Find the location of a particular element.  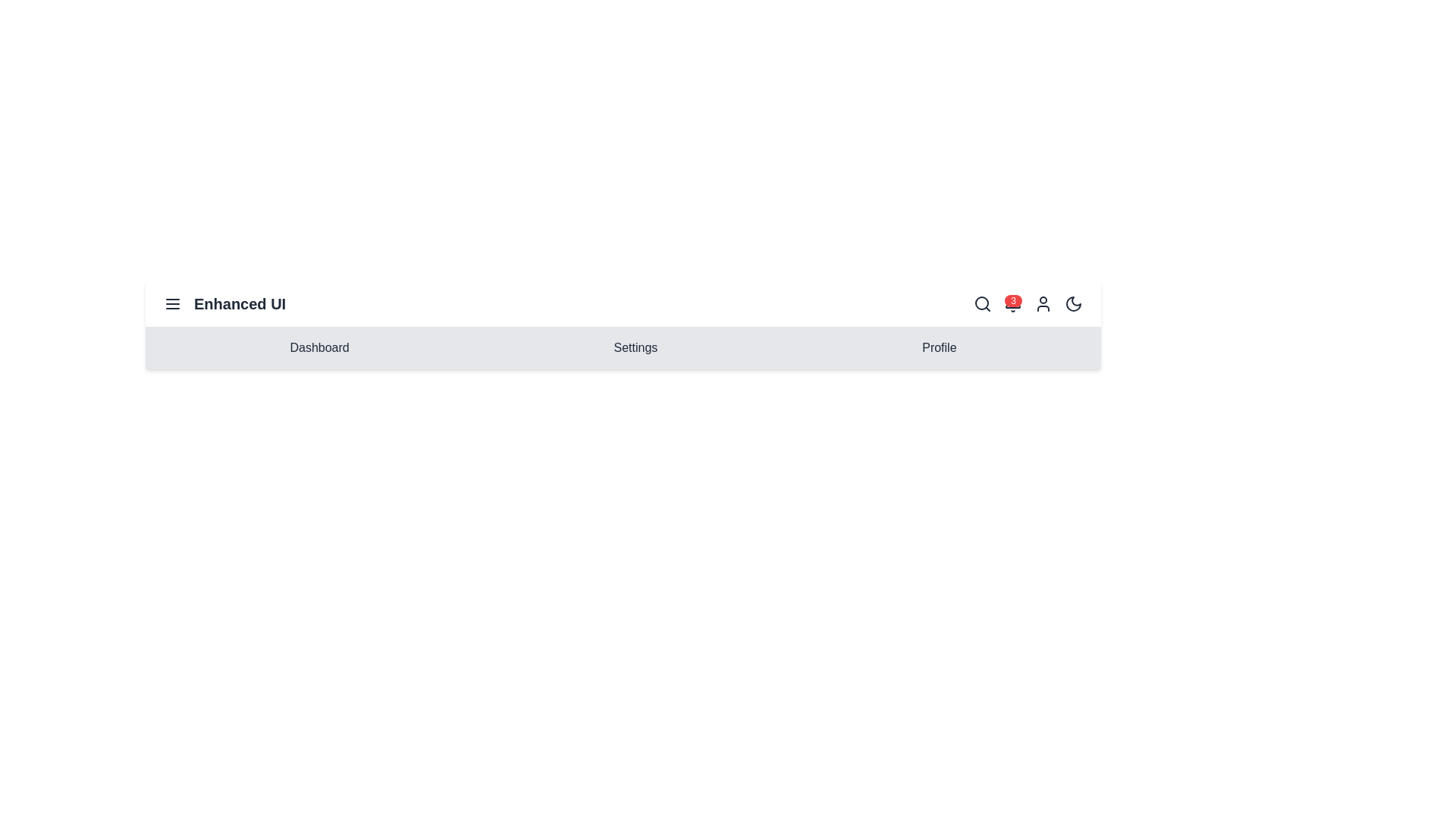

the user profile icon to open the profile menu is located at coordinates (1043, 304).